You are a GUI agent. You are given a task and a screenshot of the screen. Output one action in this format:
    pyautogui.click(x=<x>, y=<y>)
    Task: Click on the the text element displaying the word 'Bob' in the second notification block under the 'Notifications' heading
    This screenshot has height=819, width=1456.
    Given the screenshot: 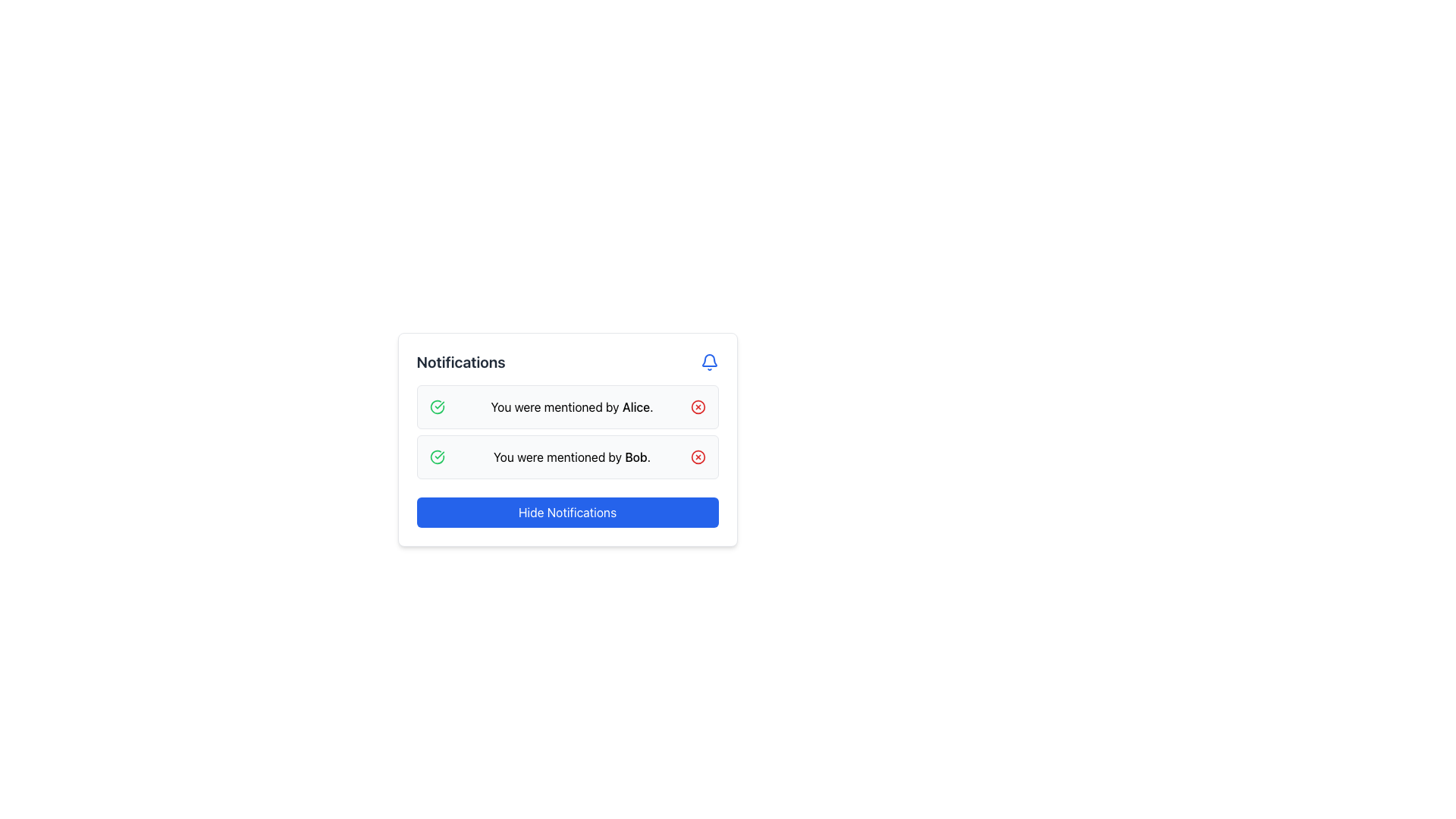 What is the action you would take?
    pyautogui.click(x=636, y=456)
    